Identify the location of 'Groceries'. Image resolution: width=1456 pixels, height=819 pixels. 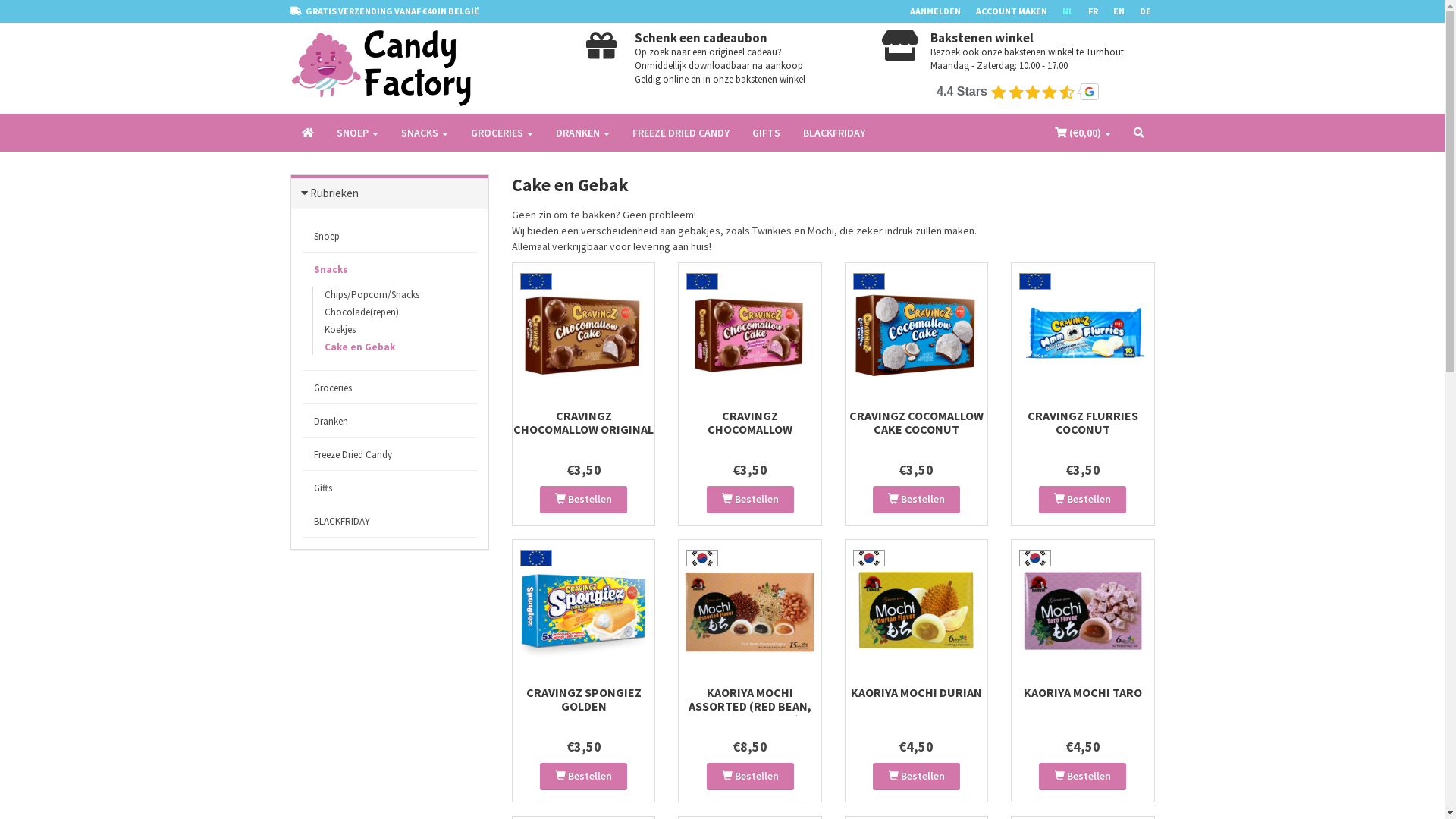
(389, 387).